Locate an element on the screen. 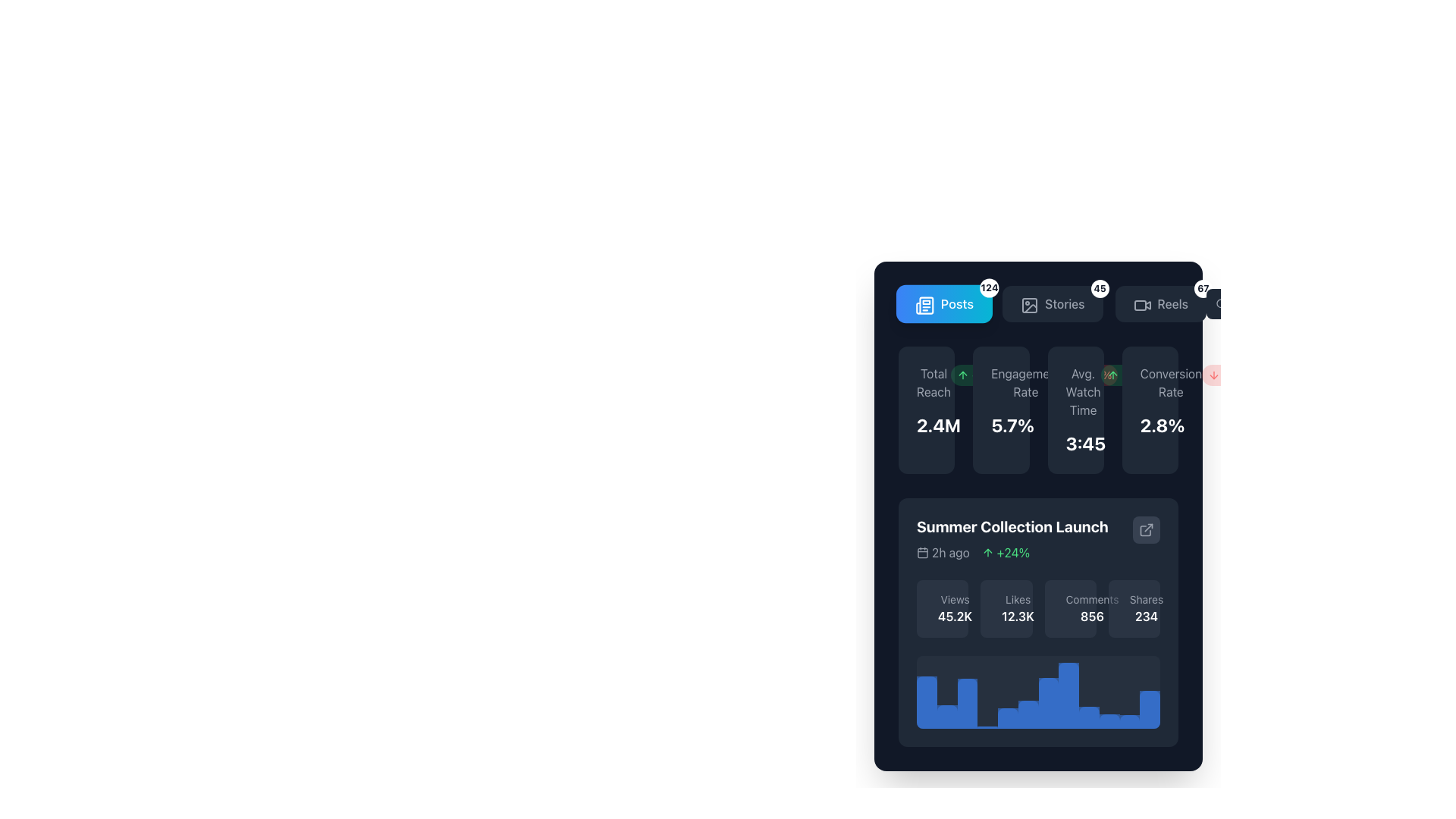 The width and height of the screenshot is (1456, 819). textual content of the 'Posts' label, which is displayed in white text against a gradient blue background, positioned centrally in the navigation bar is located at coordinates (956, 304).